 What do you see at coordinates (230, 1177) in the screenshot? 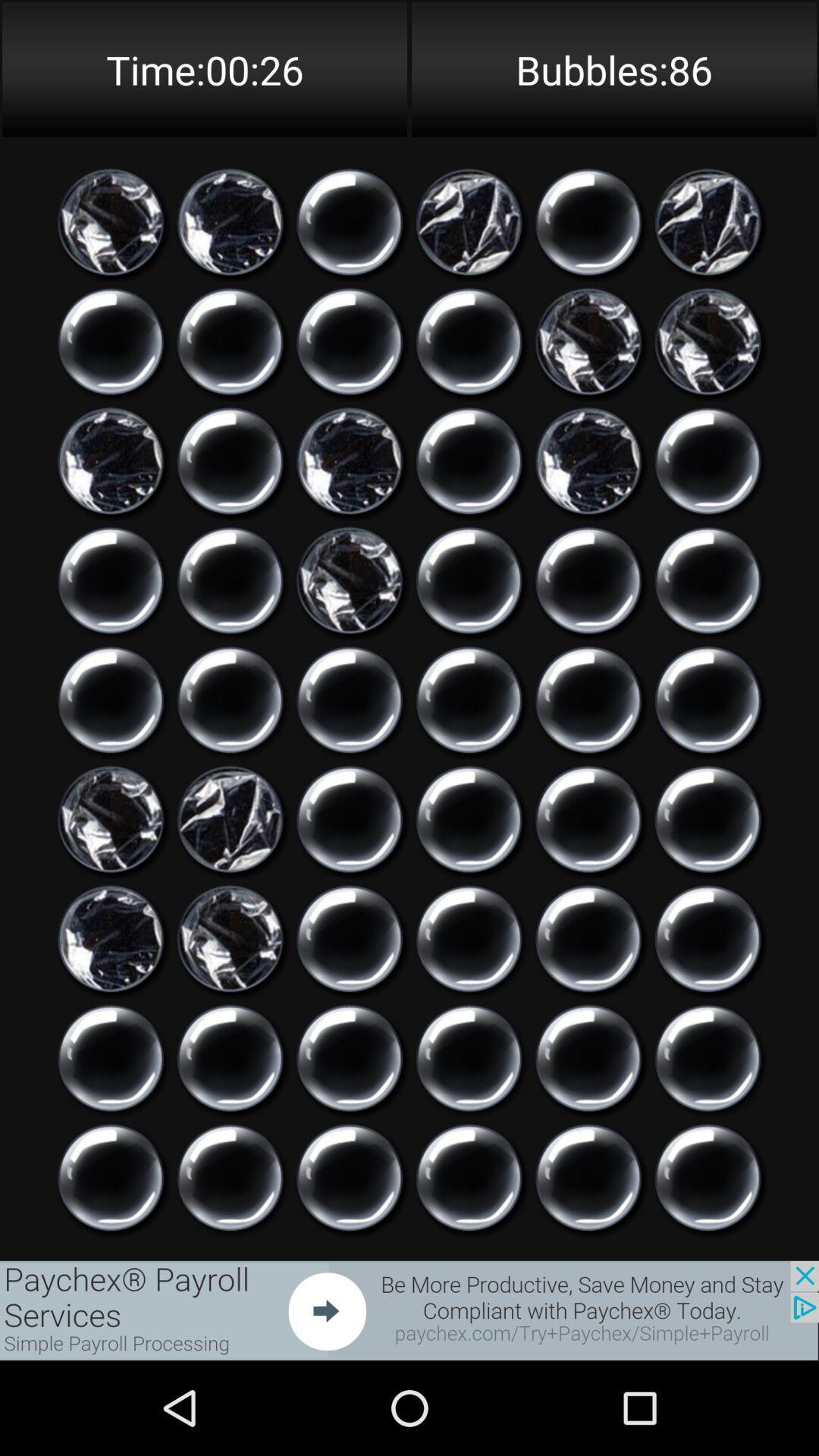
I see `pop bubble` at bounding box center [230, 1177].